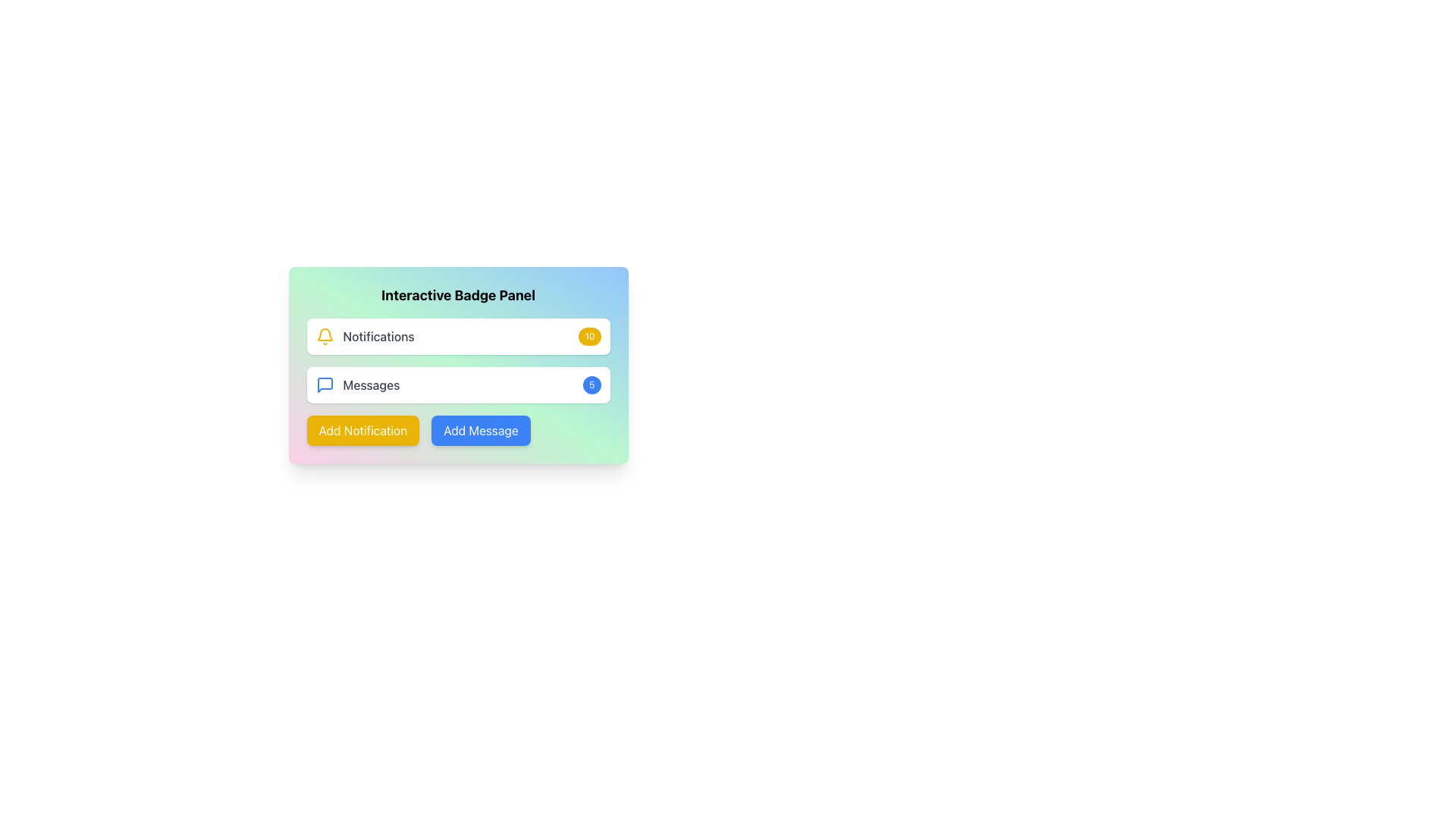 This screenshot has width=1456, height=819. What do you see at coordinates (324, 335) in the screenshot?
I see `the notification icon located within the 'Interactive Badge Panel', adjacent to the 'Notifications' text` at bounding box center [324, 335].